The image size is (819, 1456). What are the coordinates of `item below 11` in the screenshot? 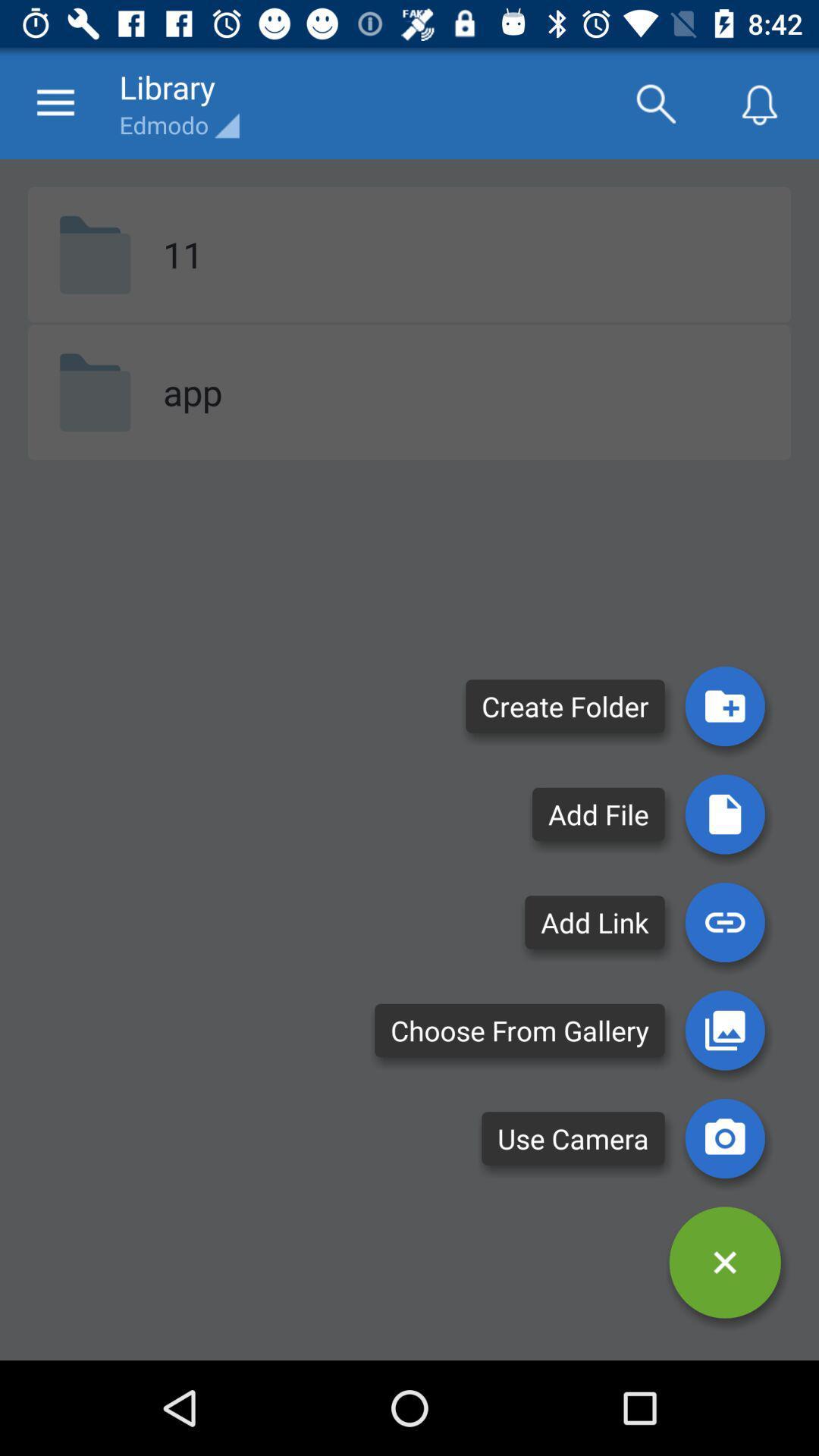 It's located at (192, 392).